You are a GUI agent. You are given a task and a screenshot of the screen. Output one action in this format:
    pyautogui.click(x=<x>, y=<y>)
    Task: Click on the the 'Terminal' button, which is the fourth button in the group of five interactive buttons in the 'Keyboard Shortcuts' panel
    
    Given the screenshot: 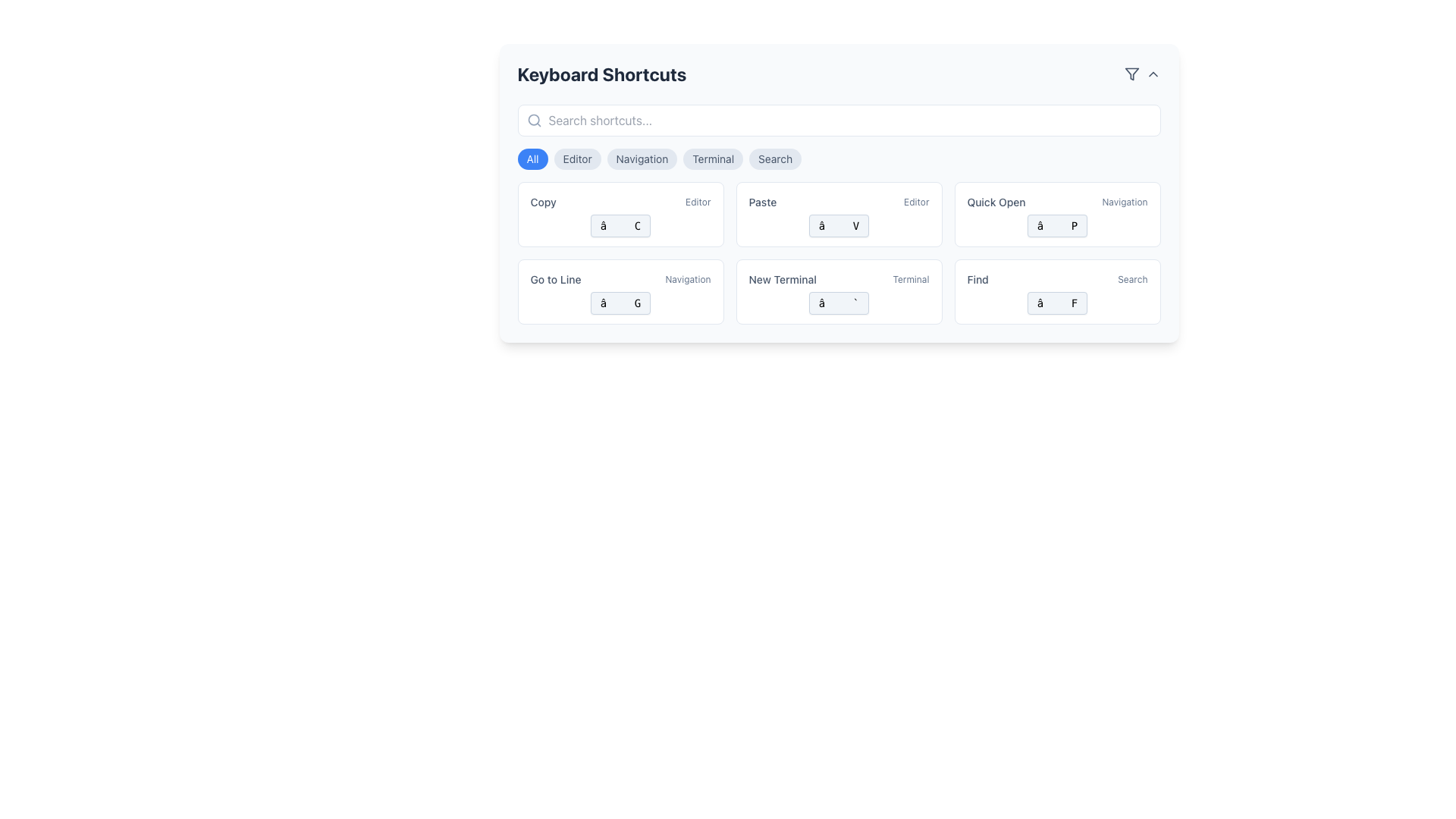 What is the action you would take?
    pyautogui.click(x=712, y=158)
    